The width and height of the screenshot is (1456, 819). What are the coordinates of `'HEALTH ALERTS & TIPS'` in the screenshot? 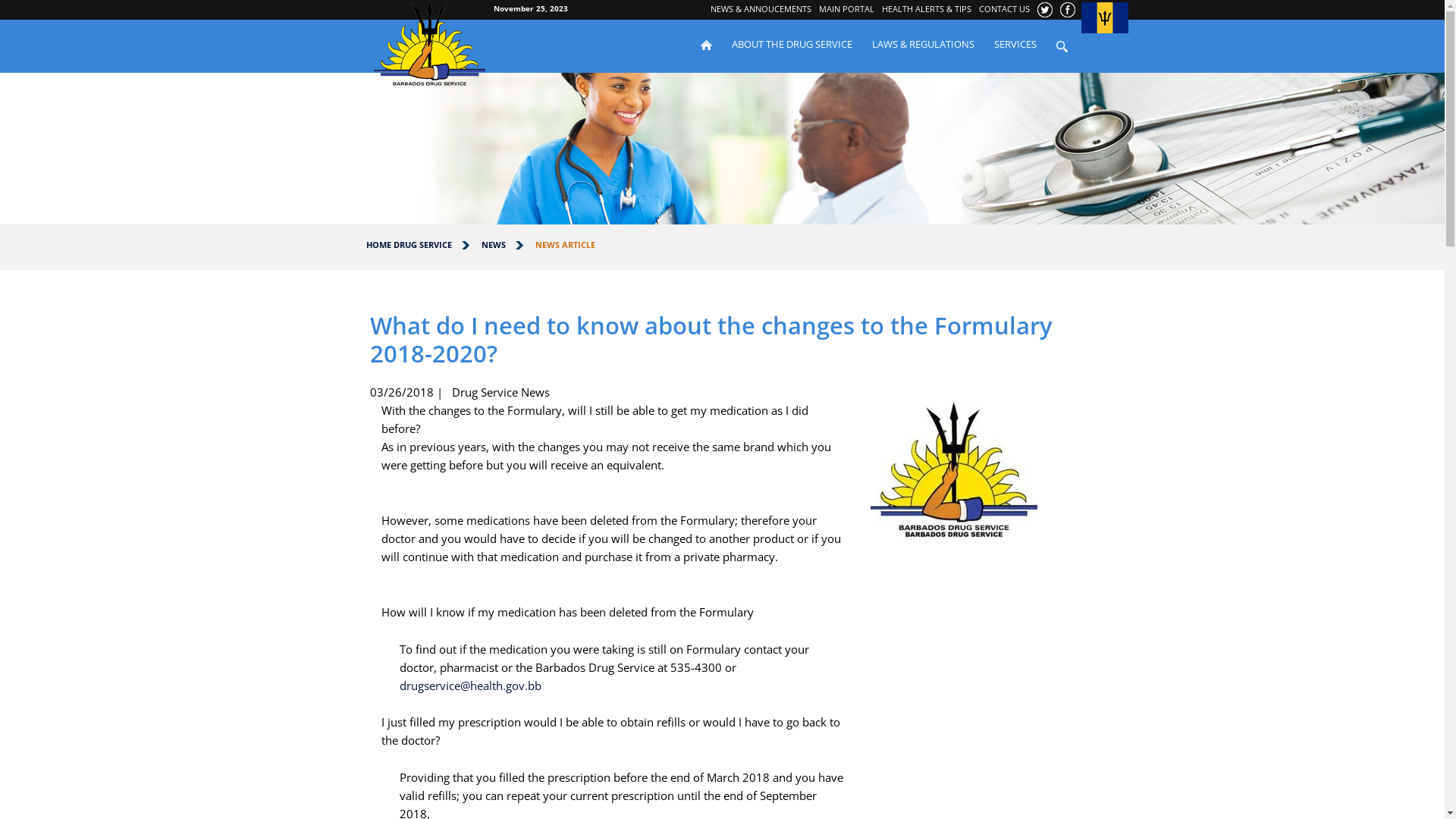 It's located at (926, 8).